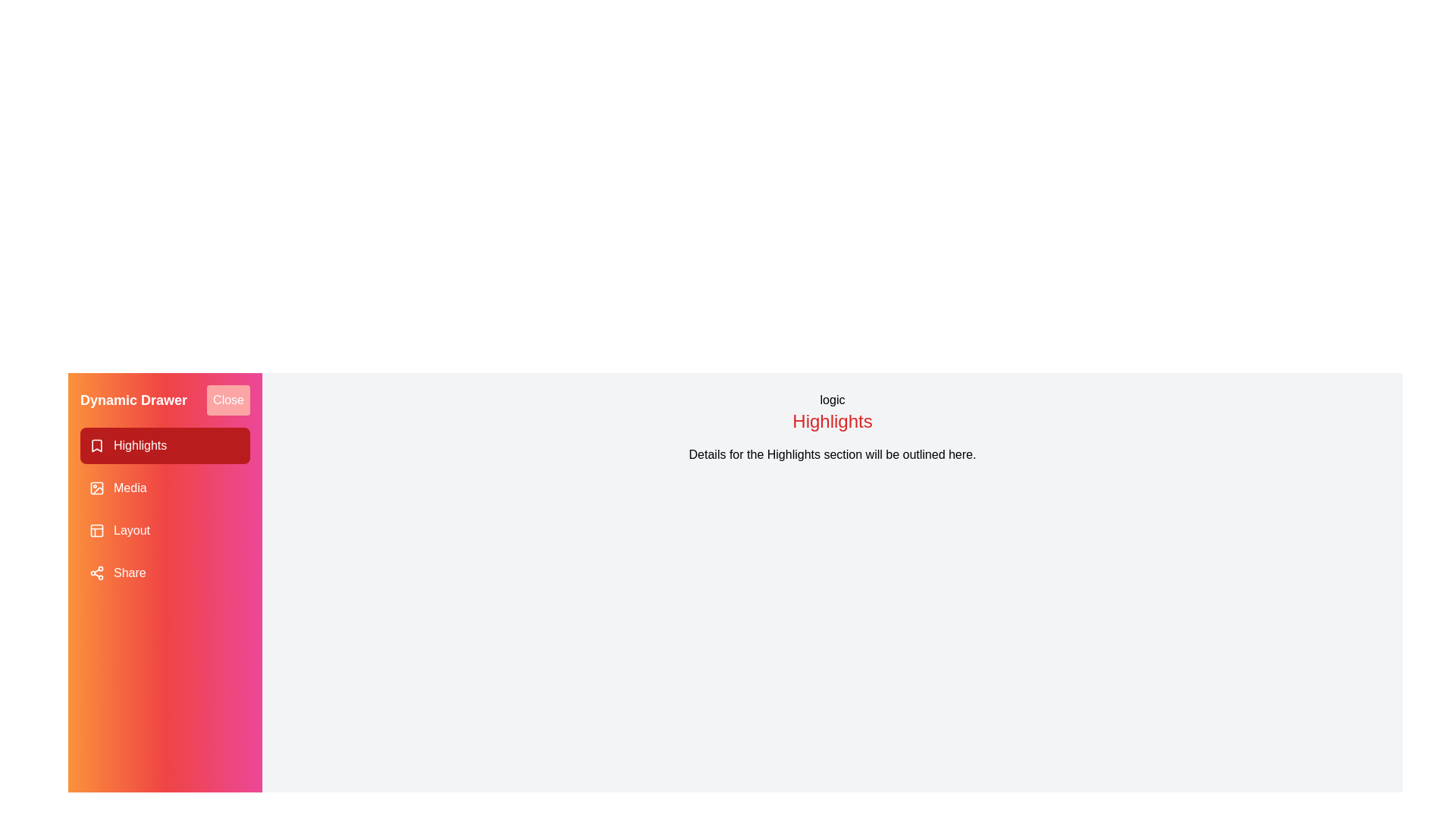 Image resolution: width=1456 pixels, height=819 pixels. I want to click on the drawer item corresponding to Media, so click(165, 488).